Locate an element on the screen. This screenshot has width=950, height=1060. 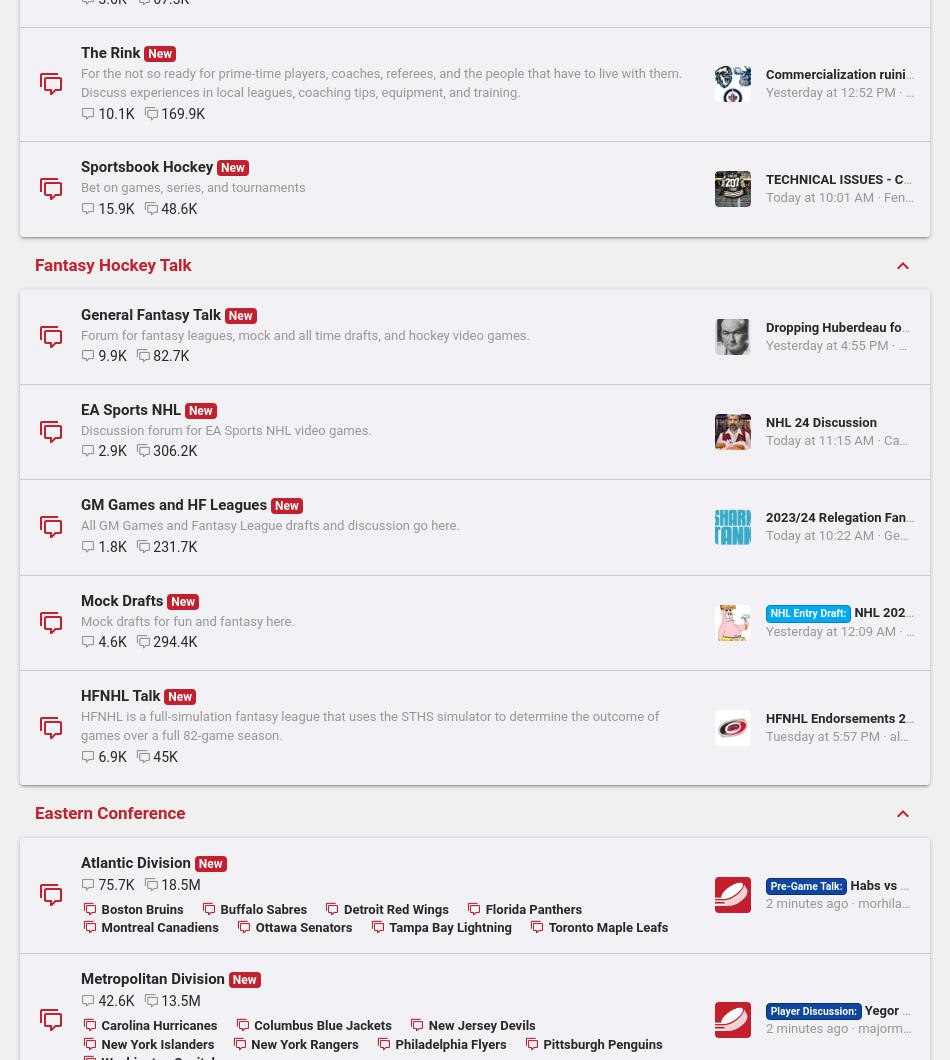
'1.4K' is located at coordinates (112, 59).